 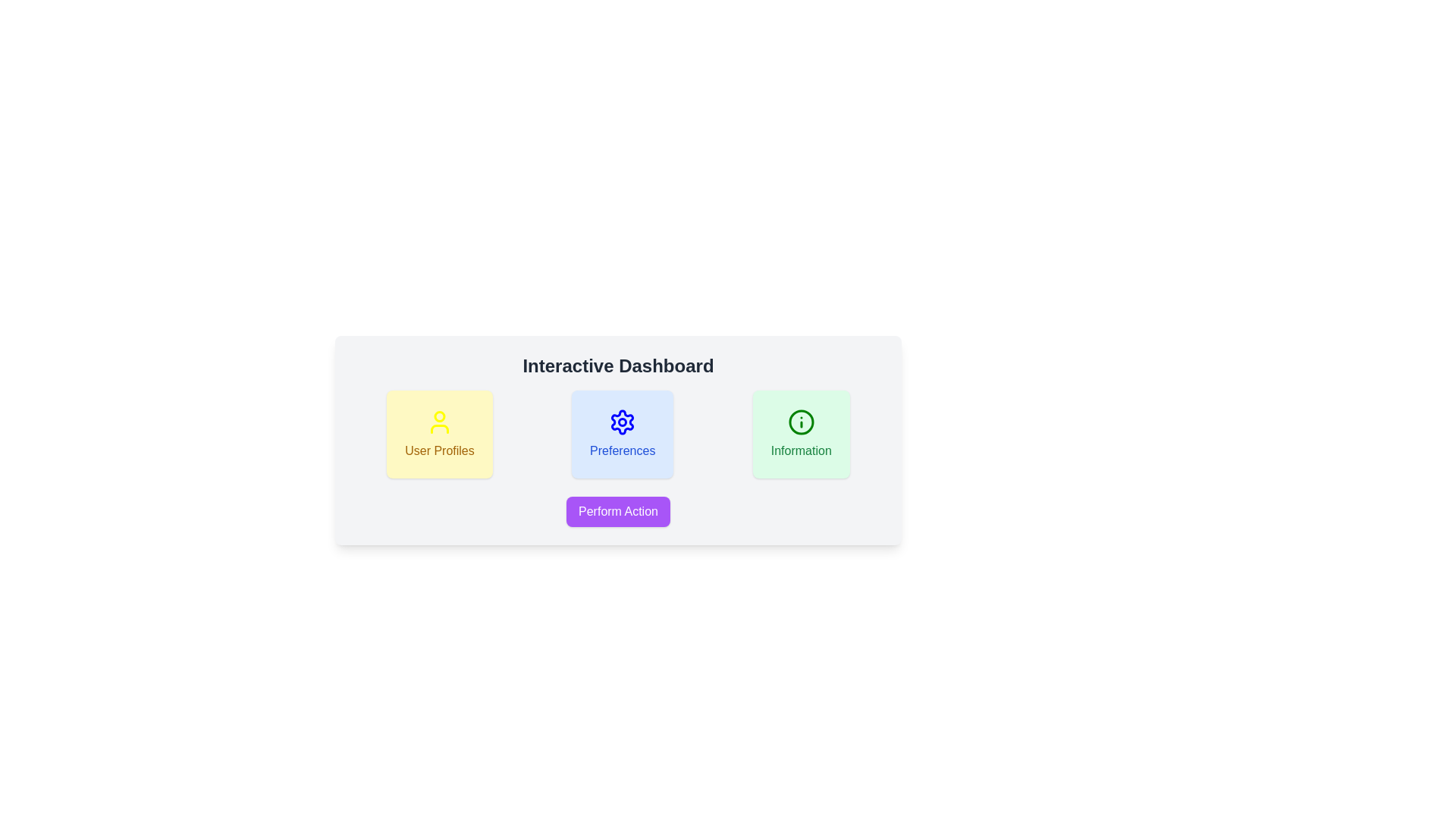 What do you see at coordinates (439, 429) in the screenshot?
I see `the yellow square tile labeled 'User Profiles' that contains the user profile icon` at bounding box center [439, 429].